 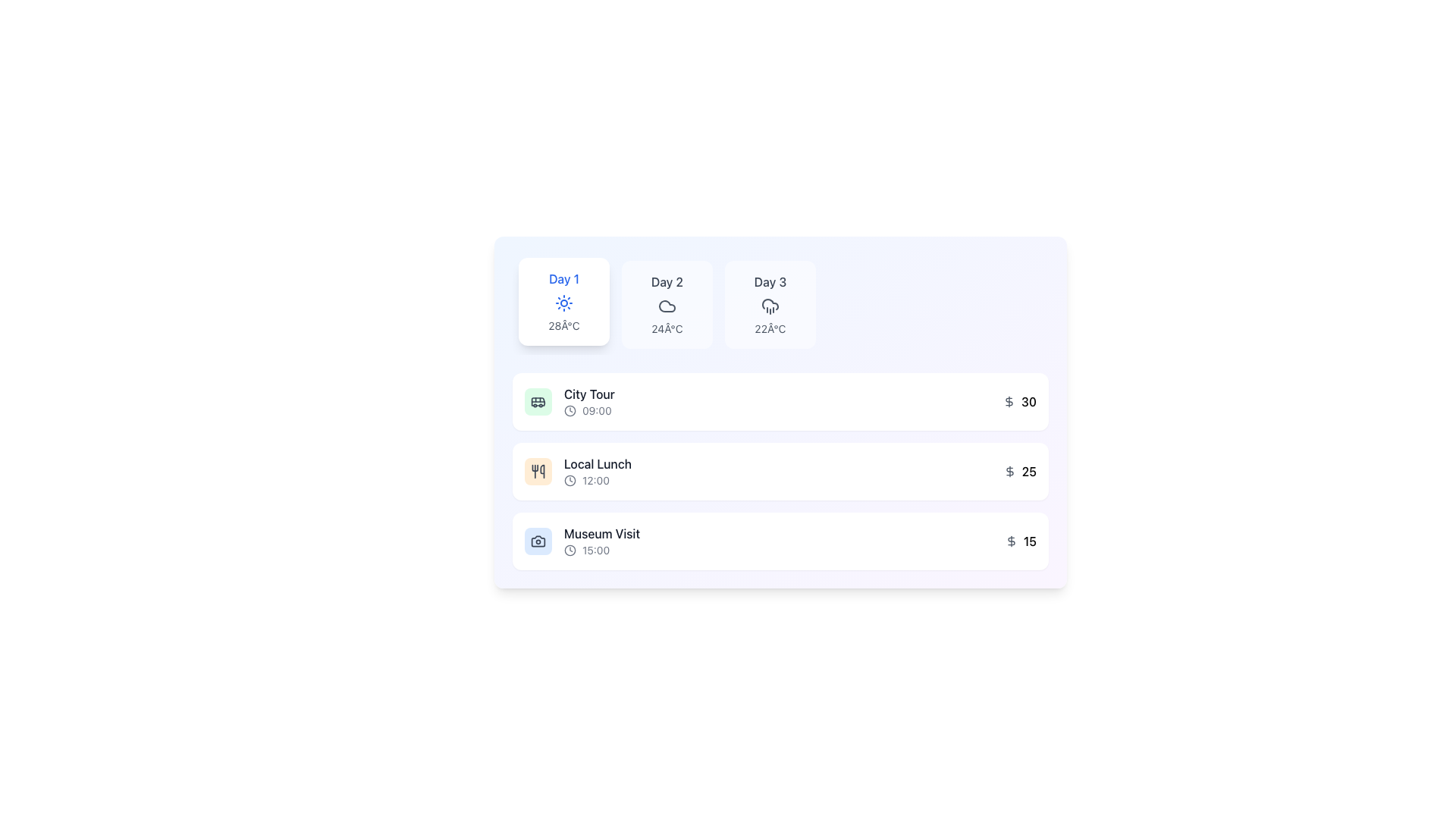 What do you see at coordinates (667, 281) in the screenshot?
I see `the 'Day 2' text label located at the top-center of the second card, which is styled in a medium-sized gray sans-serif font` at bounding box center [667, 281].